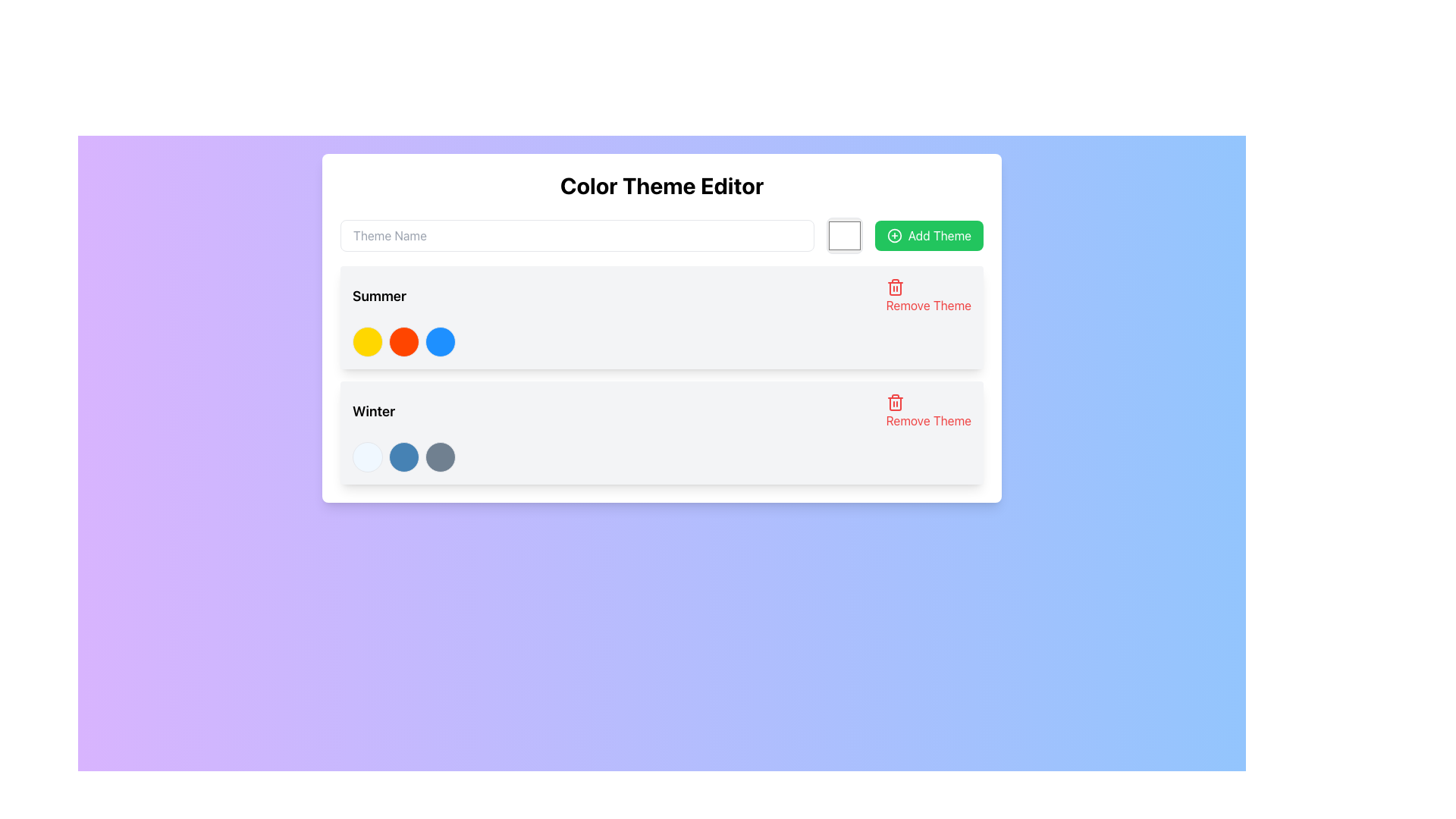 The height and width of the screenshot is (819, 1456). I want to click on the 'Winter' text label, which is in bold and large font, located in the second main row beneath the 'Summer' theme section, so click(374, 412).